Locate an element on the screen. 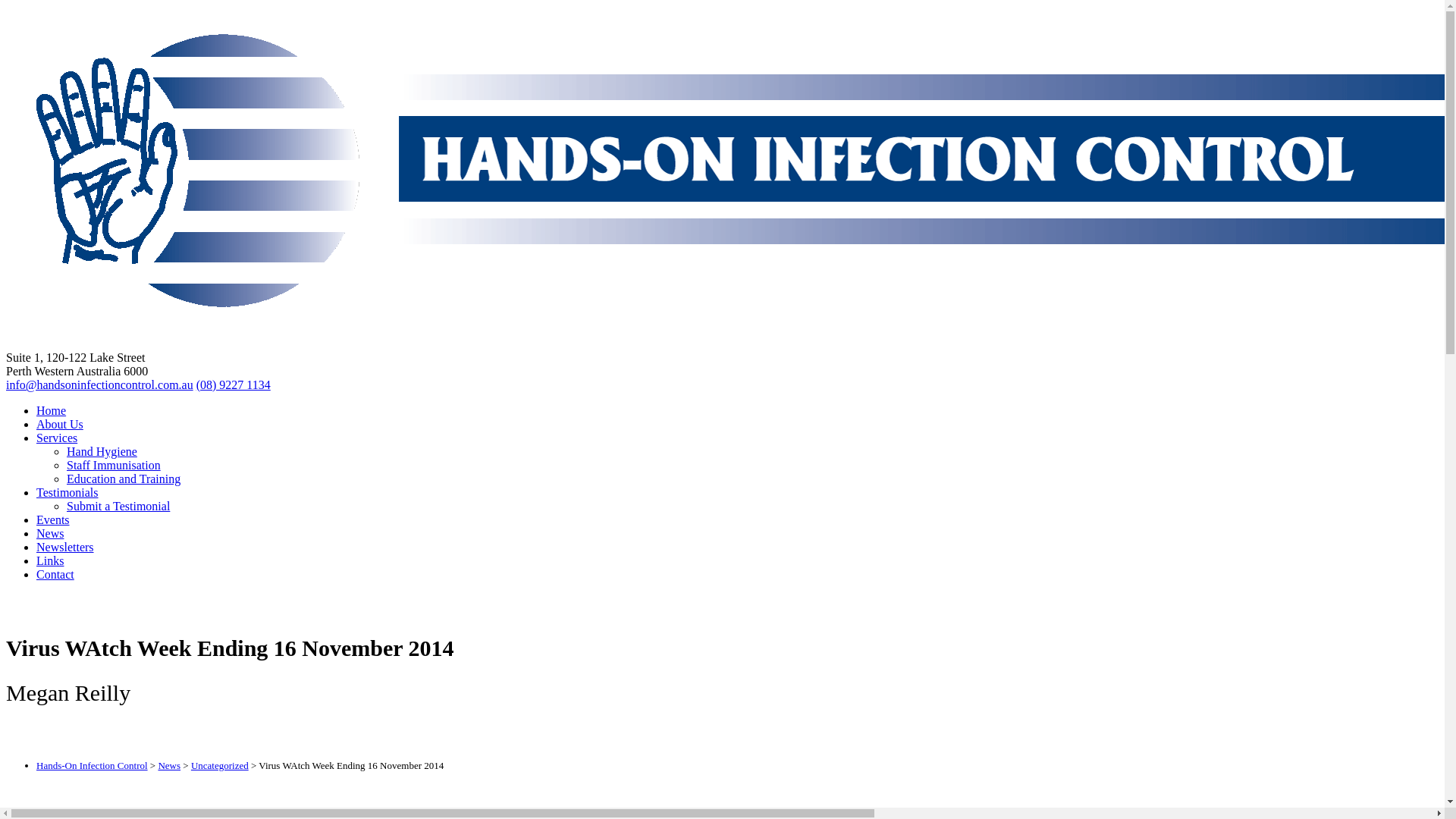  'News' is located at coordinates (50, 532).